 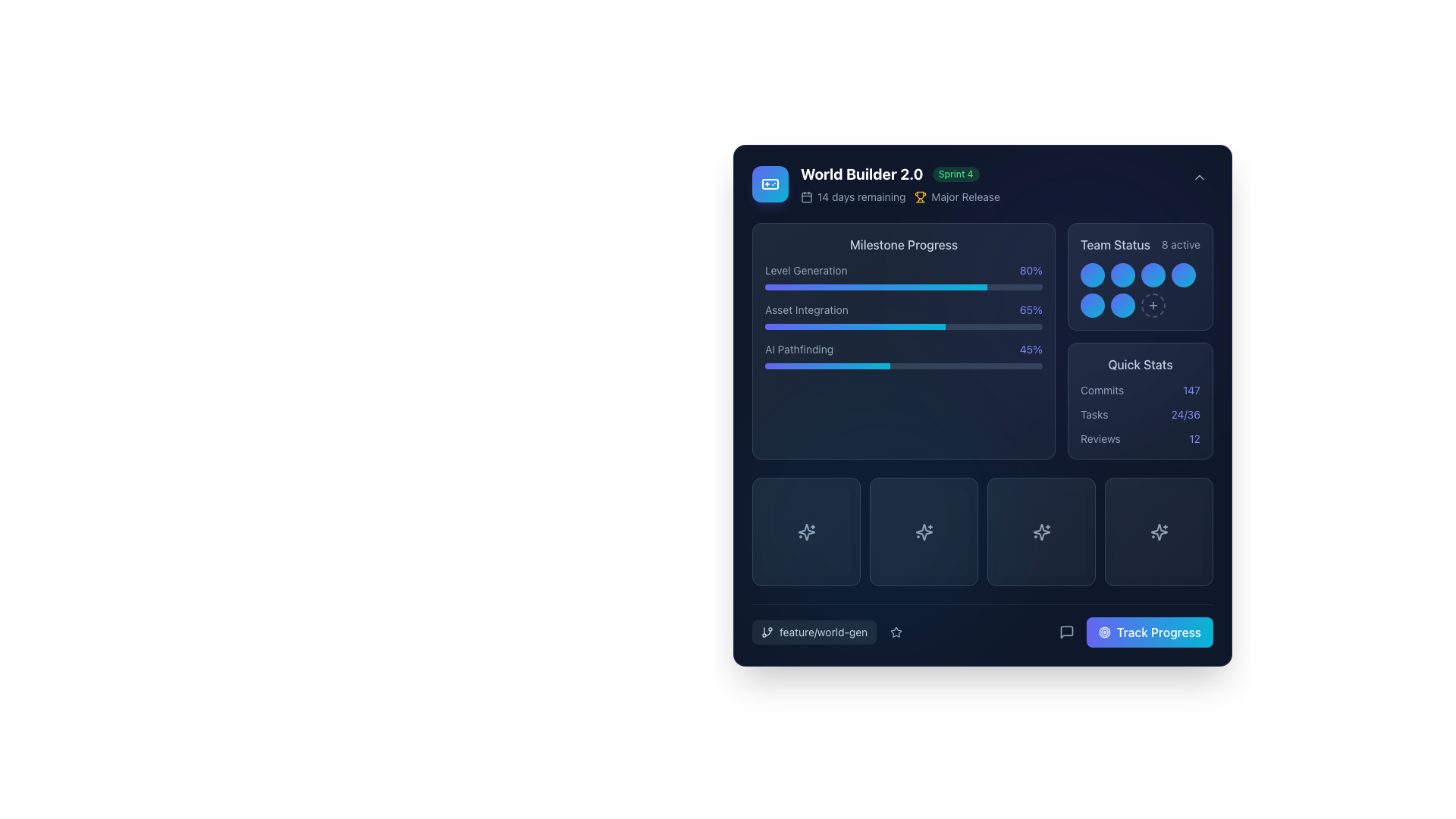 I want to click on progress, so click(x=942, y=287).